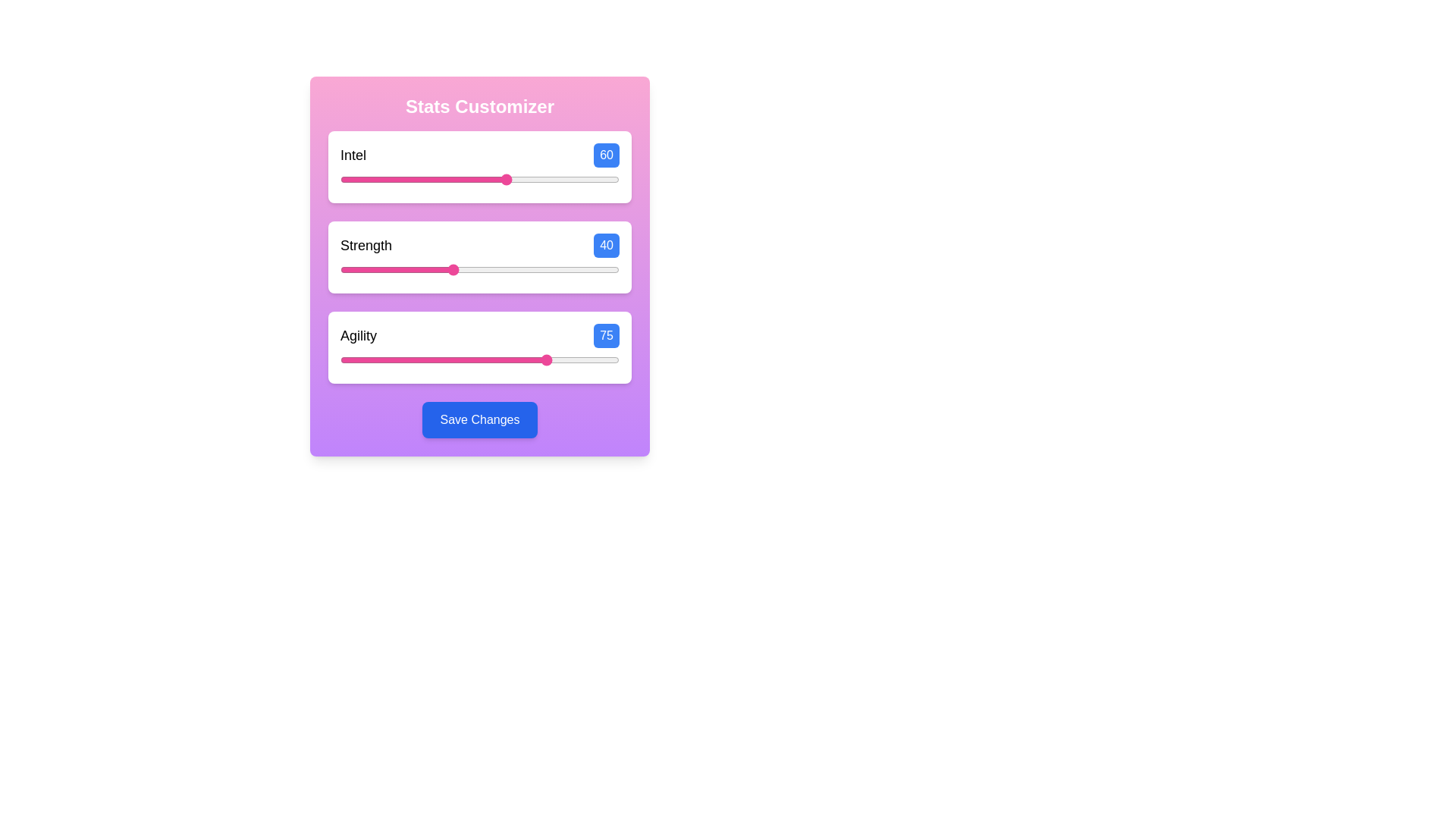 This screenshot has height=819, width=1456. What do you see at coordinates (479, 335) in the screenshot?
I see `the 'Agility' textual indicator with a numeric badge displaying '75', which is part of a card layout in a vertical arrangement` at bounding box center [479, 335].